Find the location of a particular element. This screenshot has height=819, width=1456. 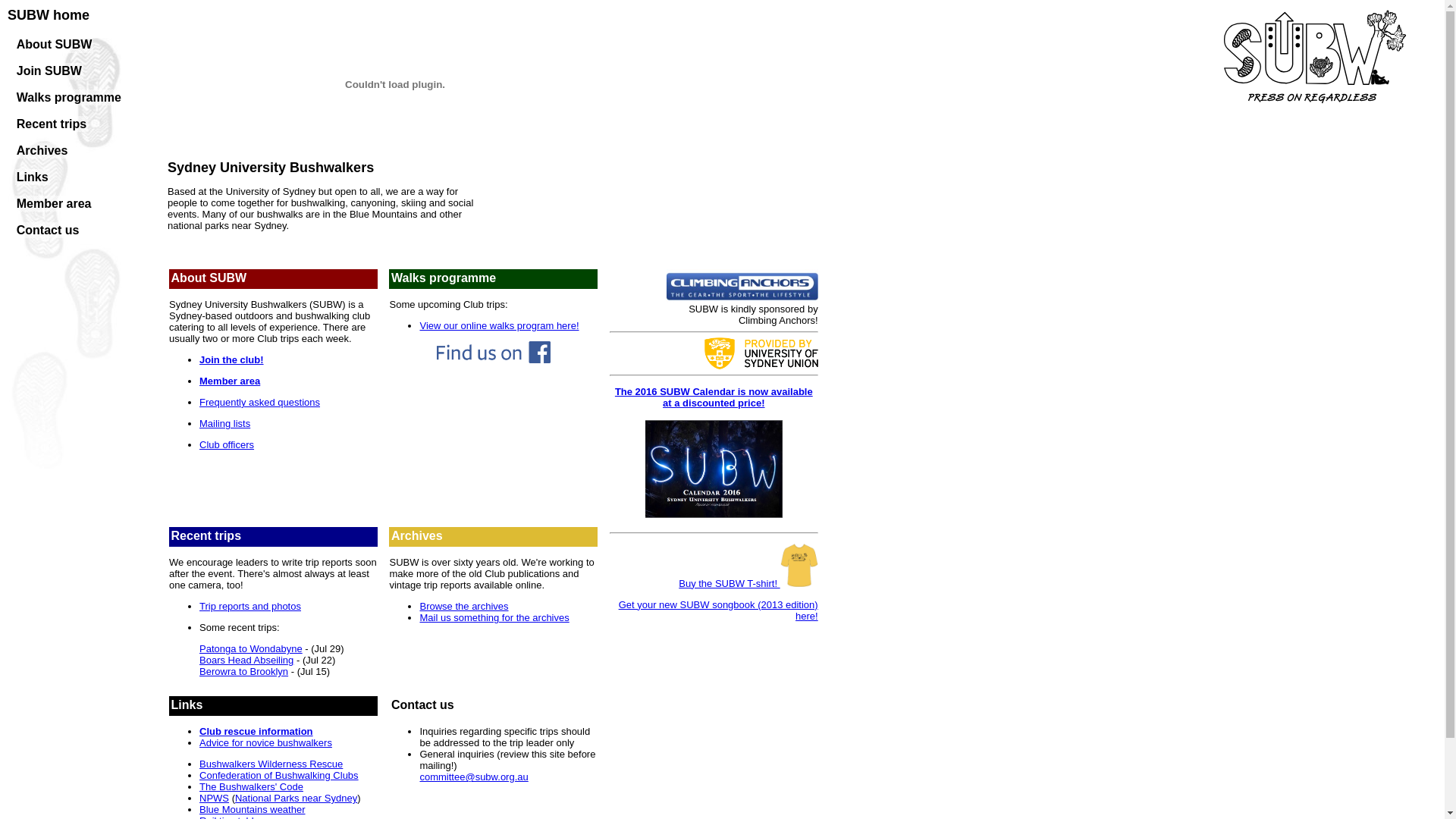

'National Parks near Sydney' is located at coordinates (234, 797).